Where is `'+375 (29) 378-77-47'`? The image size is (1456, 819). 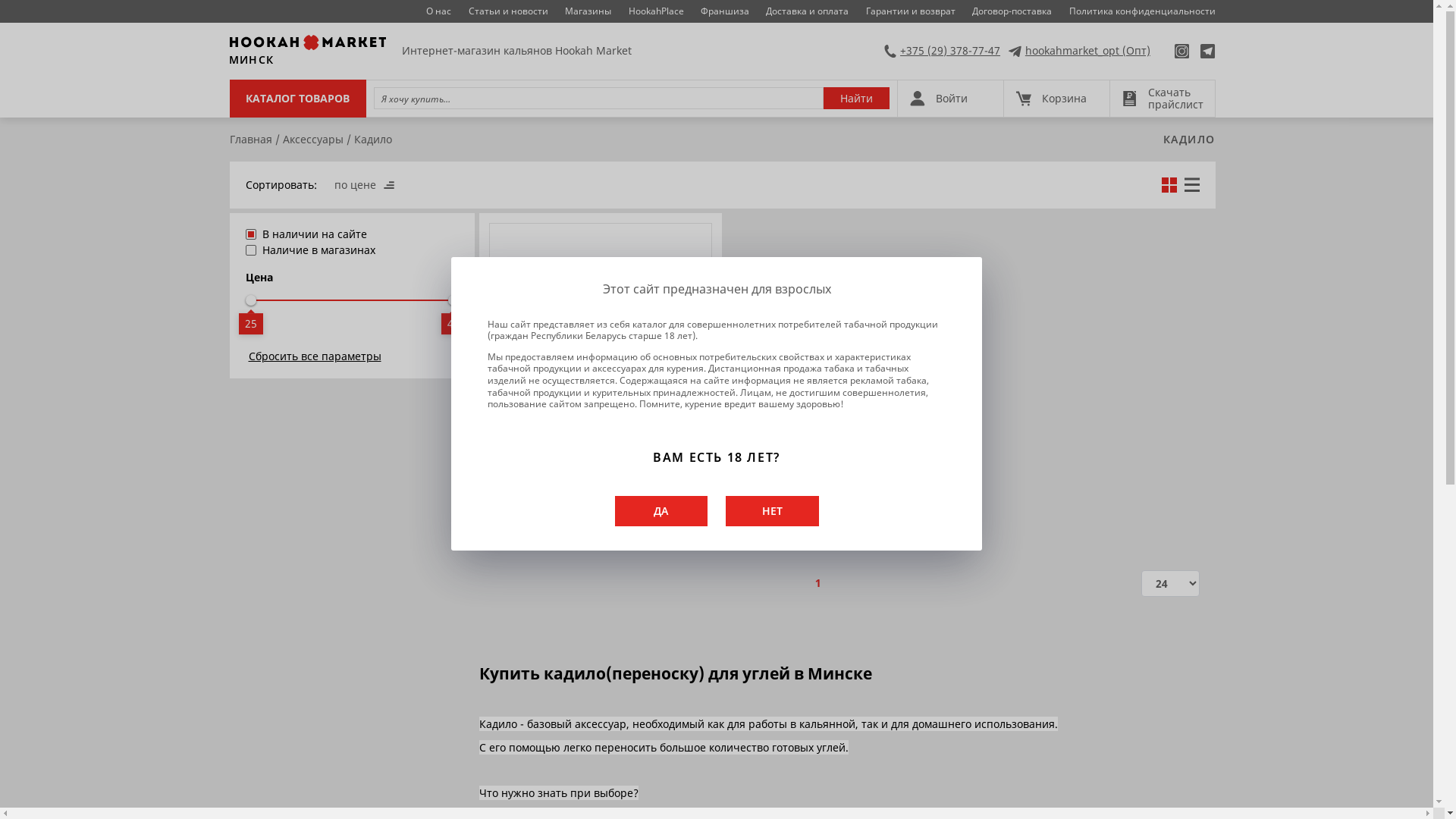
'+375 (29) 378-77-47' is located at coordinates (941, 49).